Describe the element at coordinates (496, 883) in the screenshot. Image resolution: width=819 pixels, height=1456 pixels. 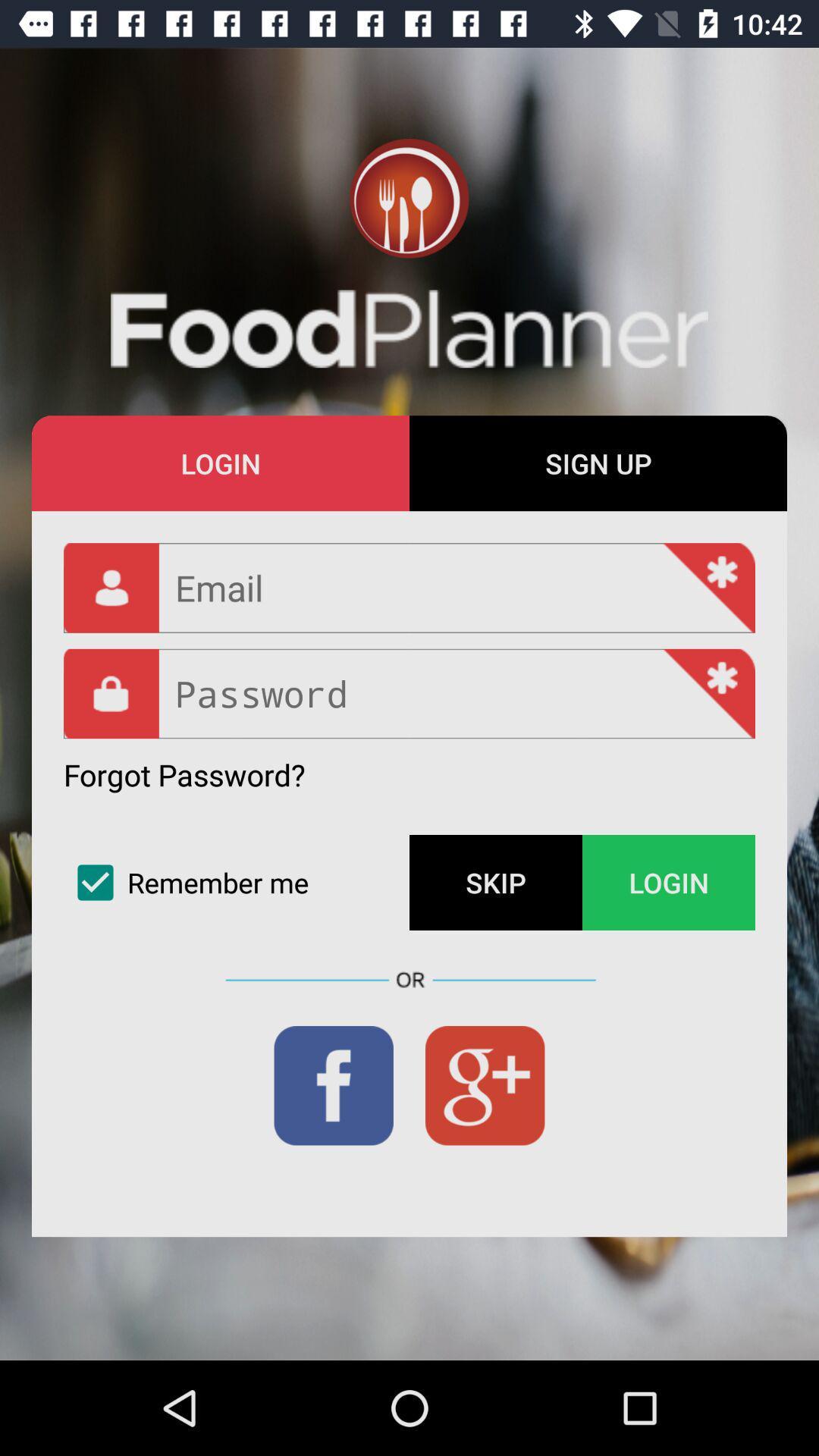
I see `the item next to the login icon` at that location.